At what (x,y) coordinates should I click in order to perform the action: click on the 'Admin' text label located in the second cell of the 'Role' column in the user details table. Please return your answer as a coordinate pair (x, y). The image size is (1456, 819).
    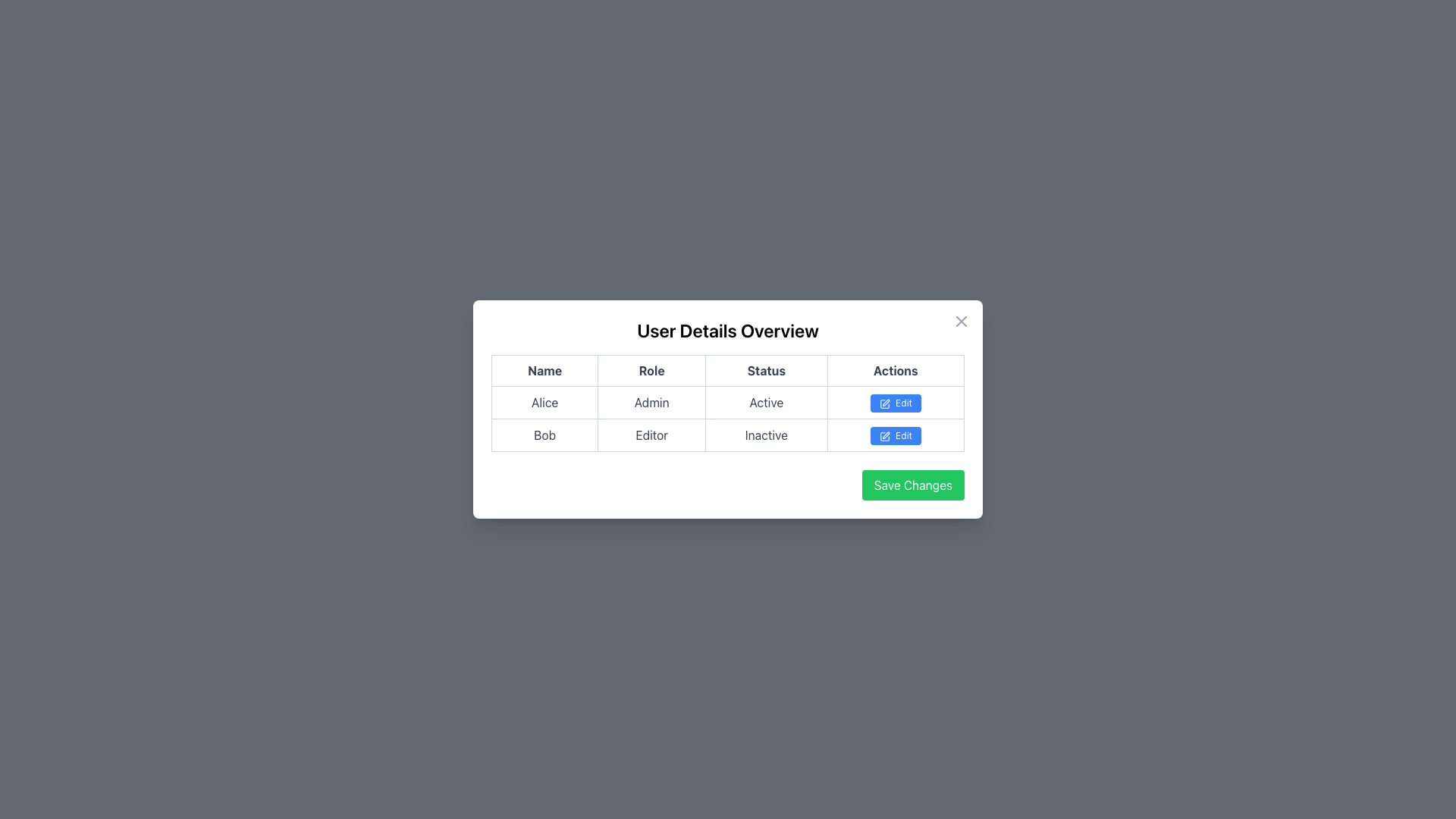
    Looking at the image, I should click on (651, 402).